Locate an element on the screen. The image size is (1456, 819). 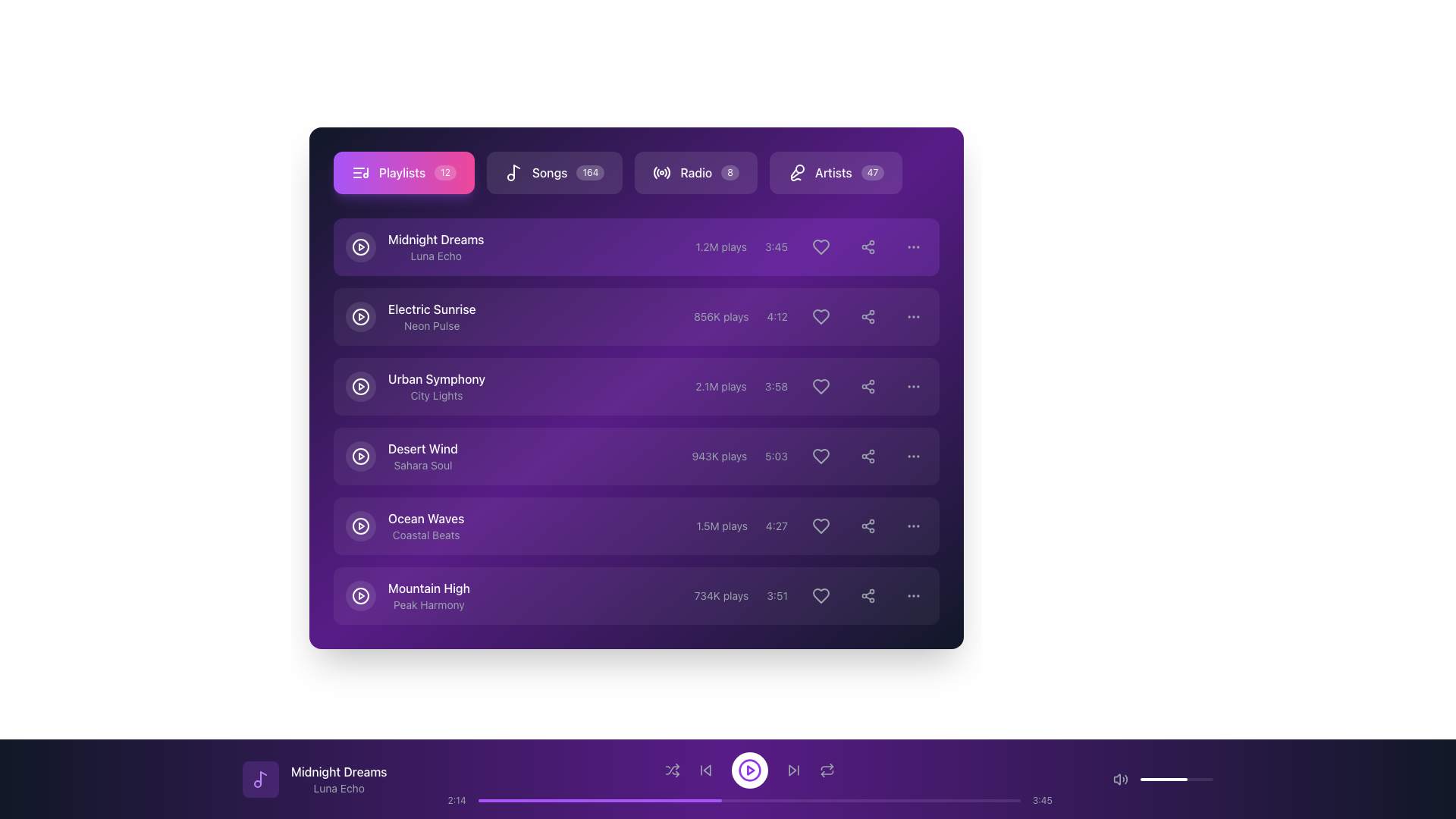
the text label displaying 'Electric Sunrise' which is prominently styled in white on a purple background, located in the second row of the playlist section is located at coordinates (431, 309).